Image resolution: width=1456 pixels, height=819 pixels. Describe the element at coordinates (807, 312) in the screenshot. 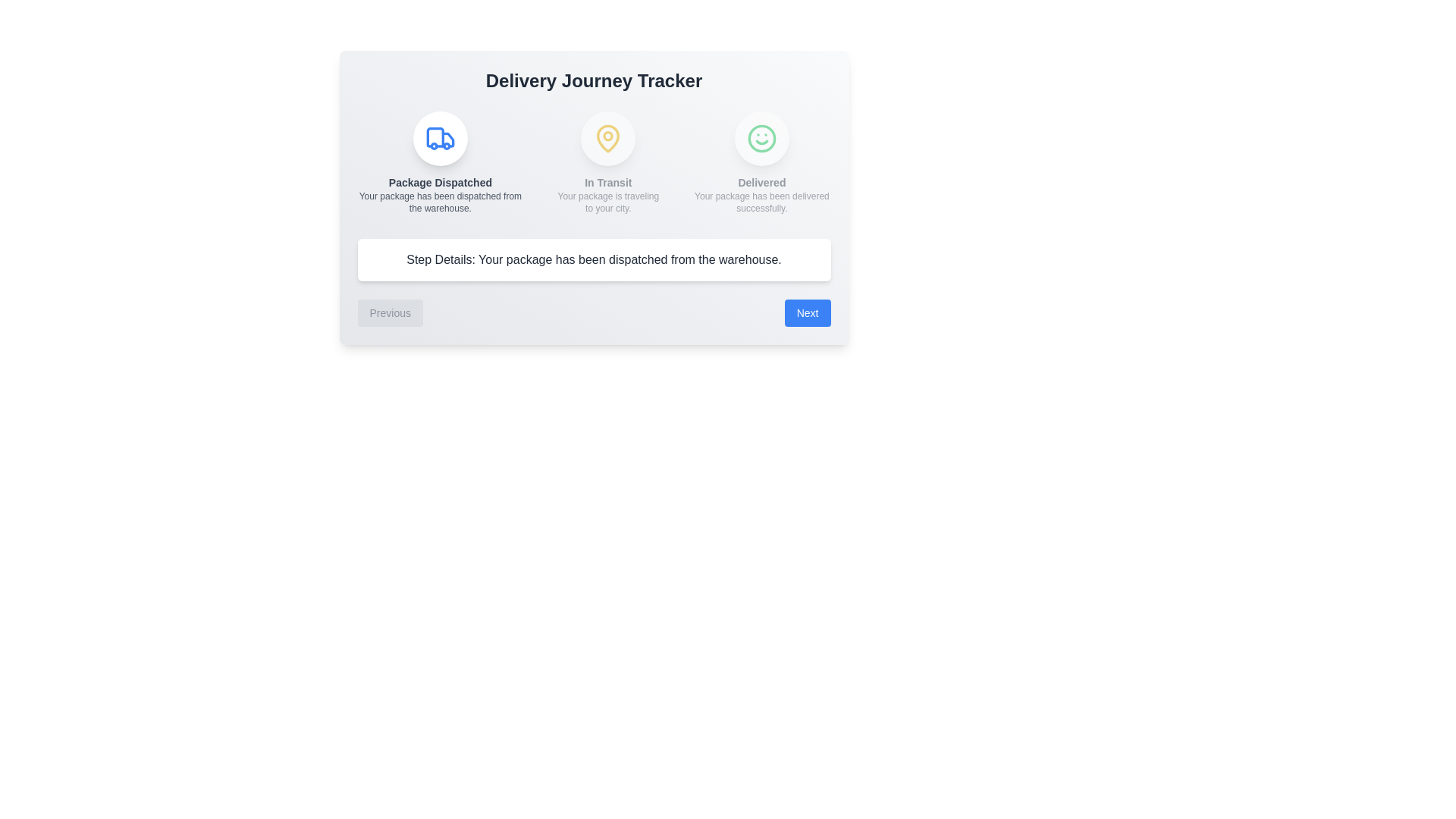

I see `the Next button to navigate through the steps` at that location.